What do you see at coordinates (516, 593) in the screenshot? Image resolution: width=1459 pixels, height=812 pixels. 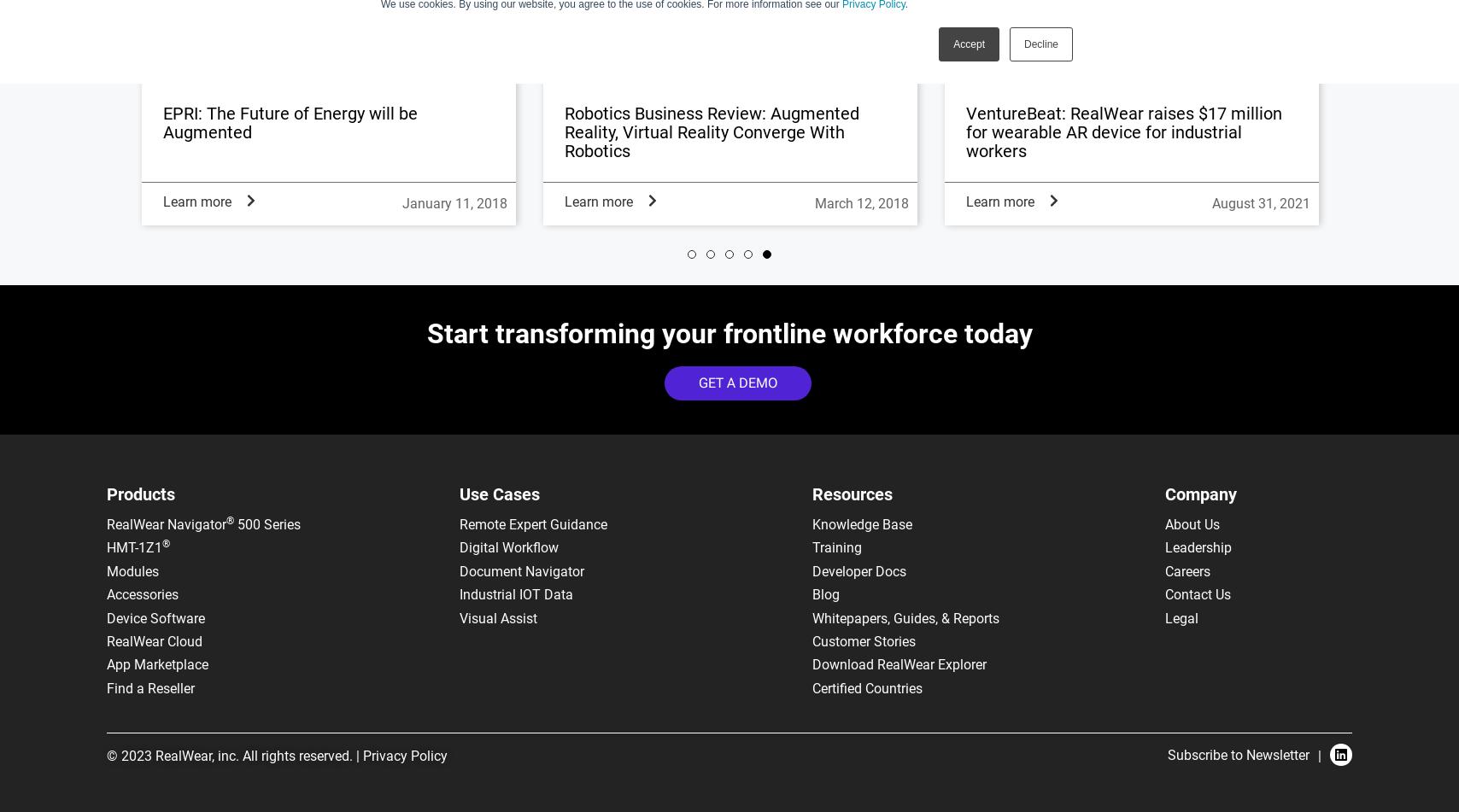 I see `'Industrial IOT Data'` at bounding box center [516, 593].